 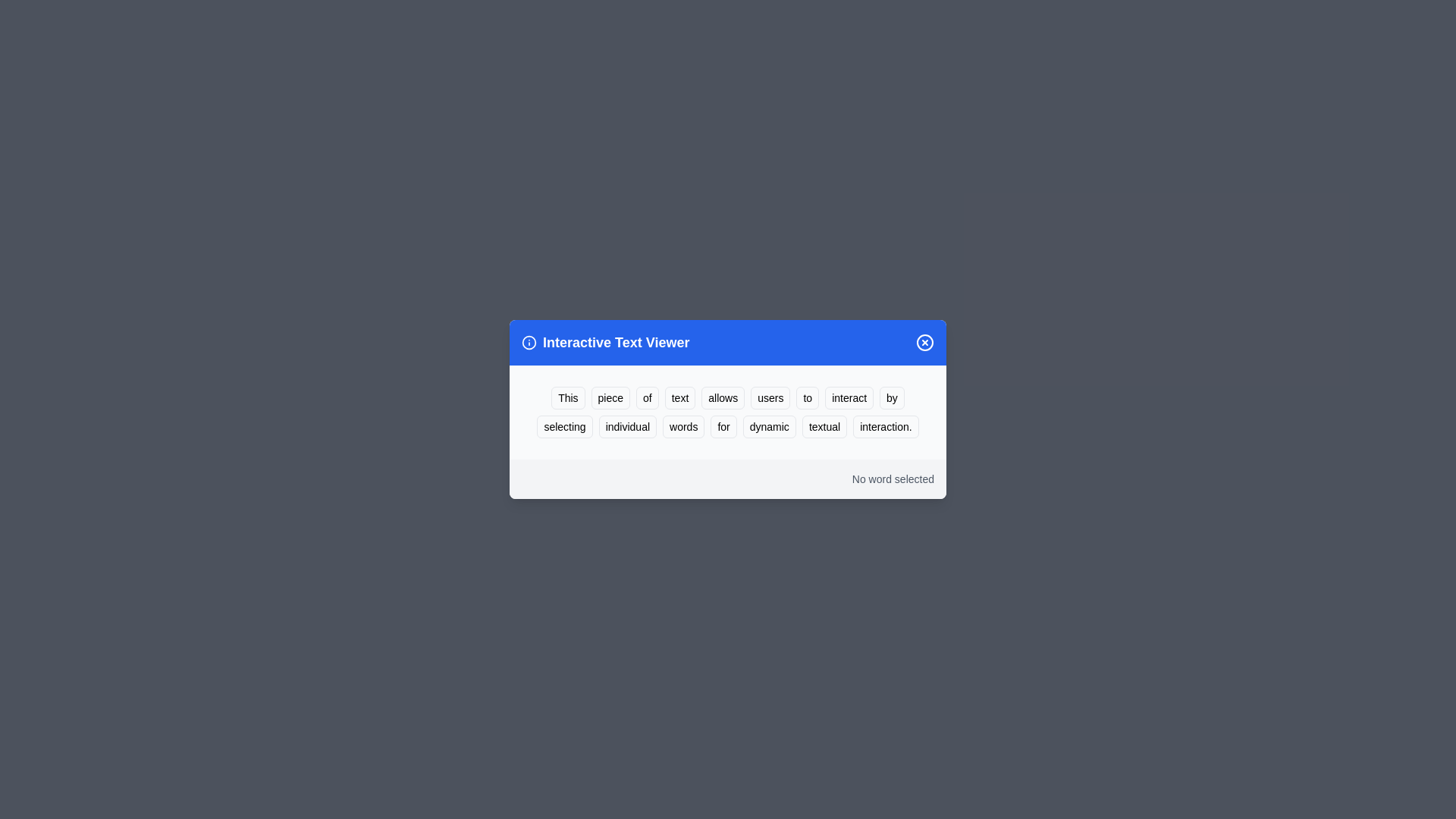 What do you see at coordinates (892, 397) in the screenshot?
I see `the word 'by' to highlight it` at bounding box center [892, 397].